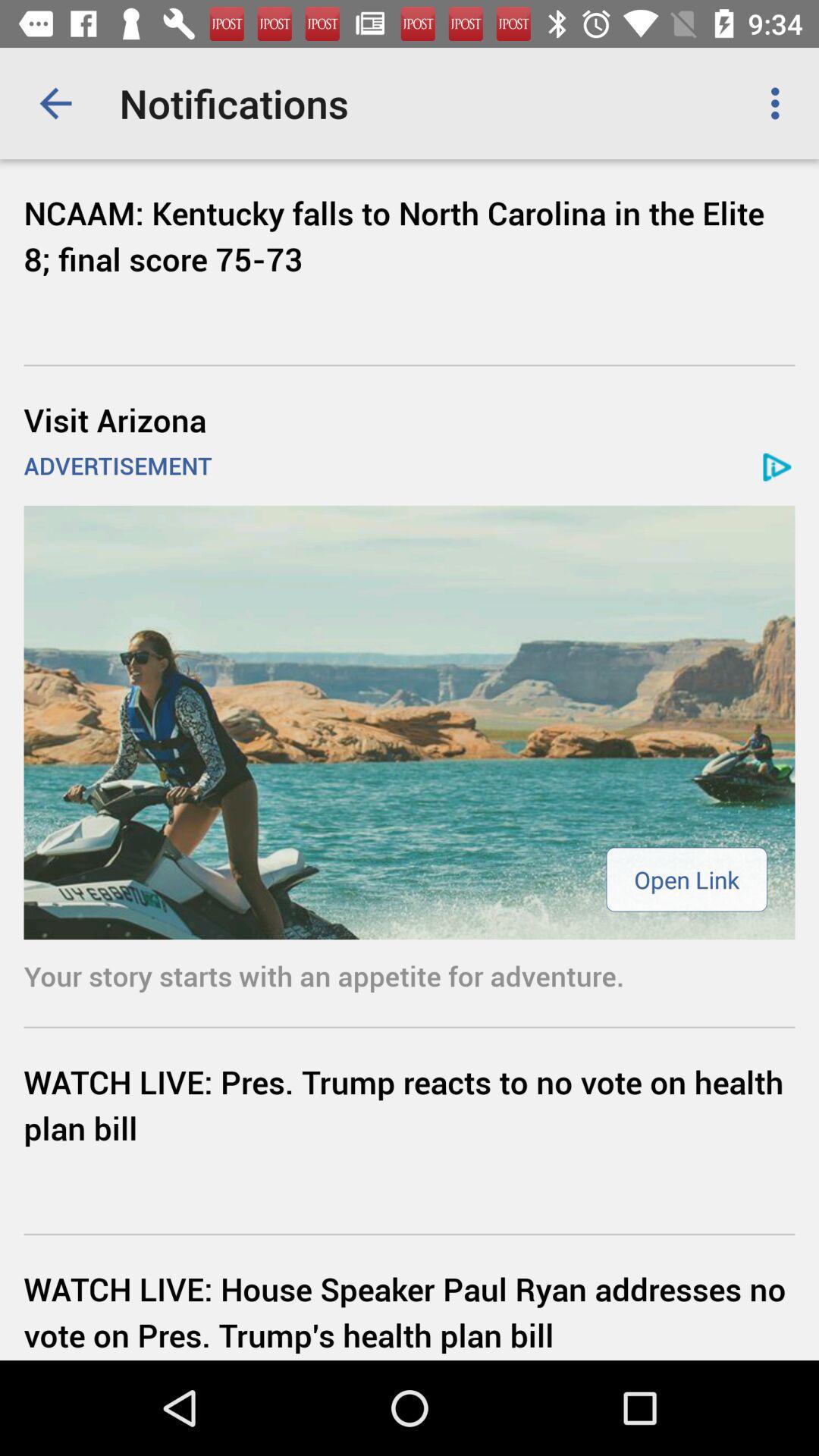 This screenshot has height=1456, width=819. What do you see at coordinates (686, 879) in the screenshot?
I see `the open link item` at bounding box center [686, 879].